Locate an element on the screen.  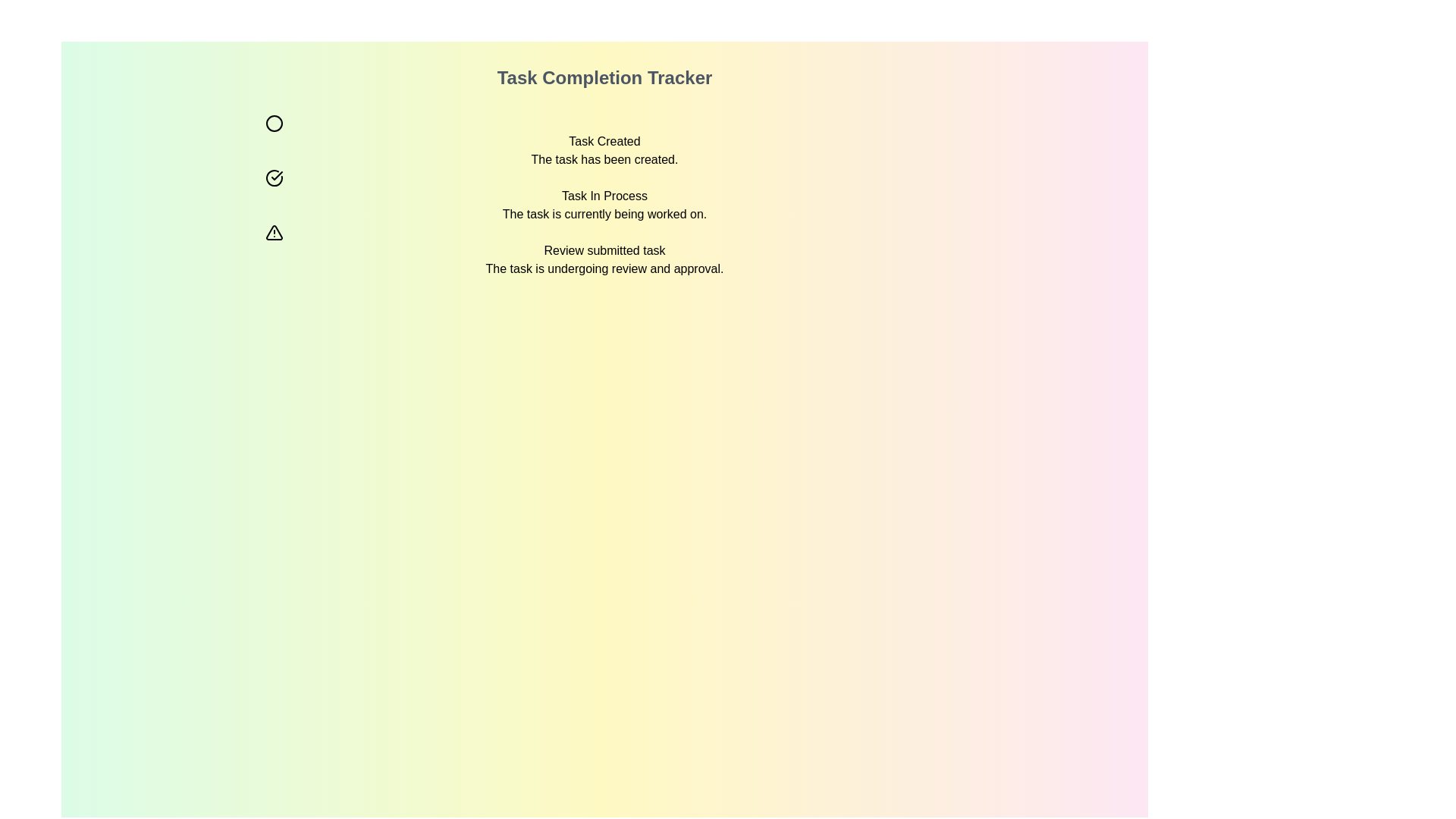
the text block that displays 'Review submitted task' and its description 'The task is undergoing review and approval.' is located at coordinates (604, 259).